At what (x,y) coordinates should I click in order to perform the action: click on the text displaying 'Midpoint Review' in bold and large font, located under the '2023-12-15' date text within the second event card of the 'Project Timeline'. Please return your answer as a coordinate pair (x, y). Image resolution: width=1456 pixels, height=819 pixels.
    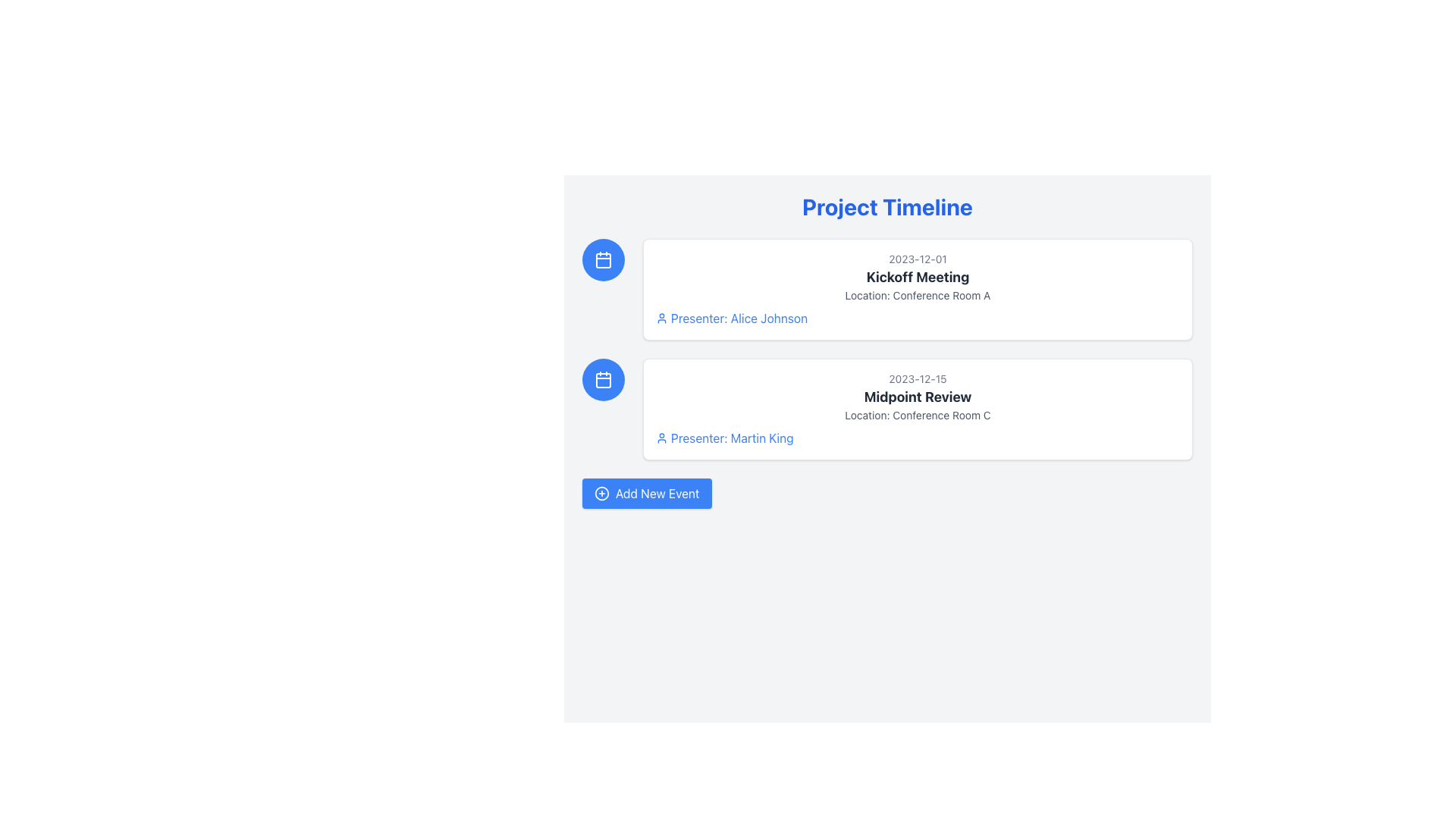
    Looking at the image, I should click on (917, 397).